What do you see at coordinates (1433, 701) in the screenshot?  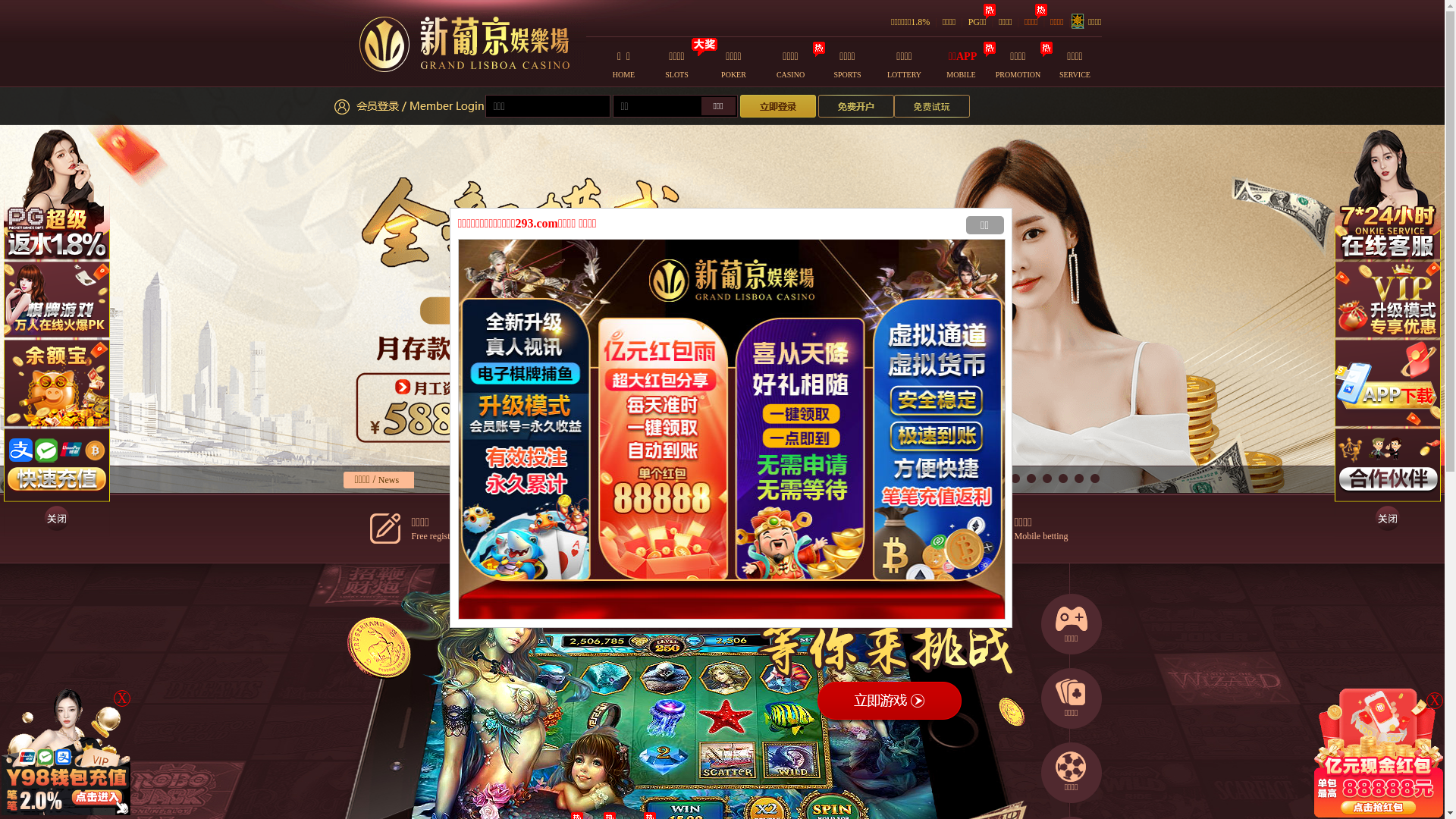 I see `'X'` at bounding box center [1433, 701].